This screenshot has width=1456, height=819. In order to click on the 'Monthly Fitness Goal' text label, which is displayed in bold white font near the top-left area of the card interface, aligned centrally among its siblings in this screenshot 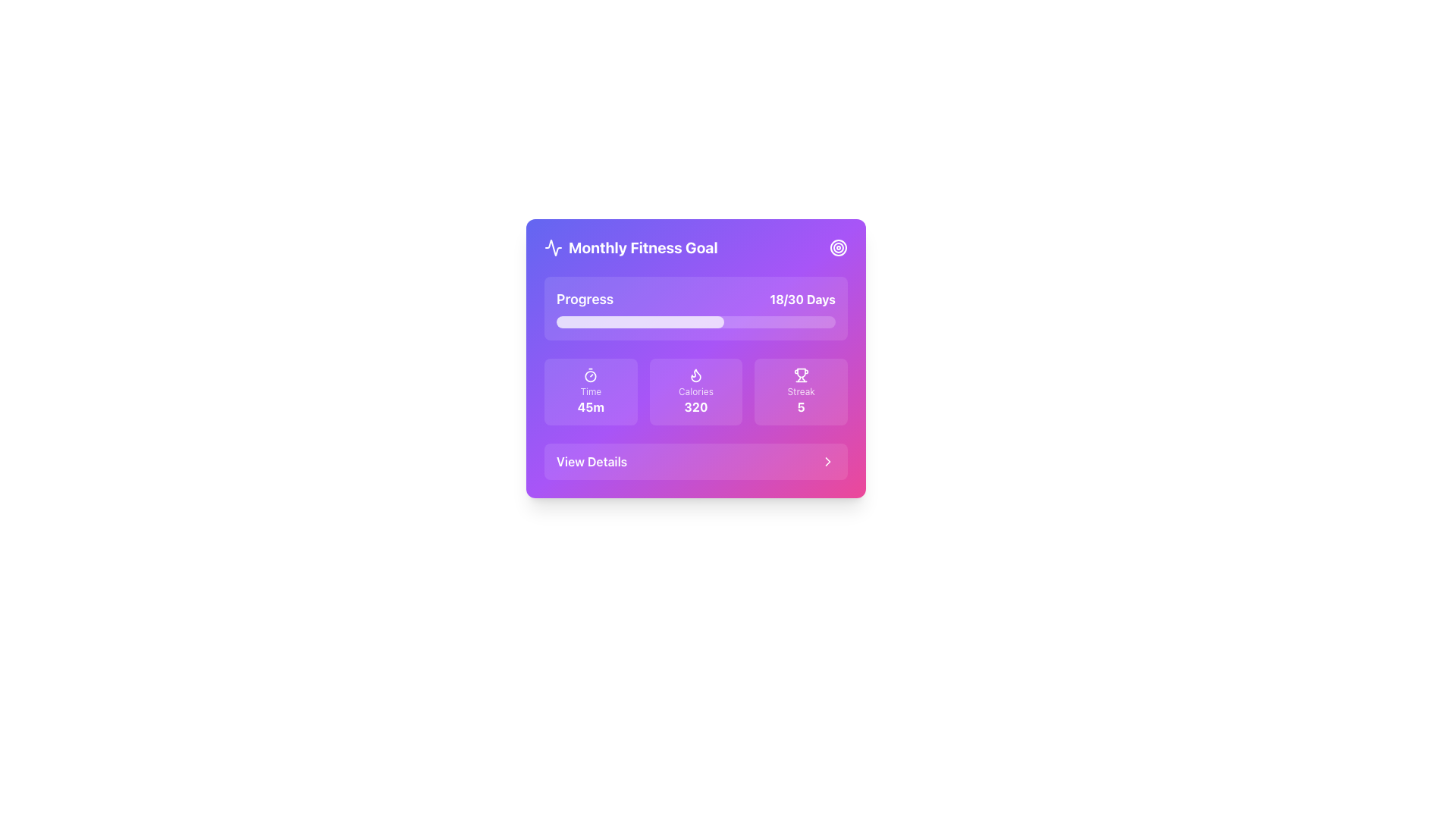, I will do `click(643, 247)`.